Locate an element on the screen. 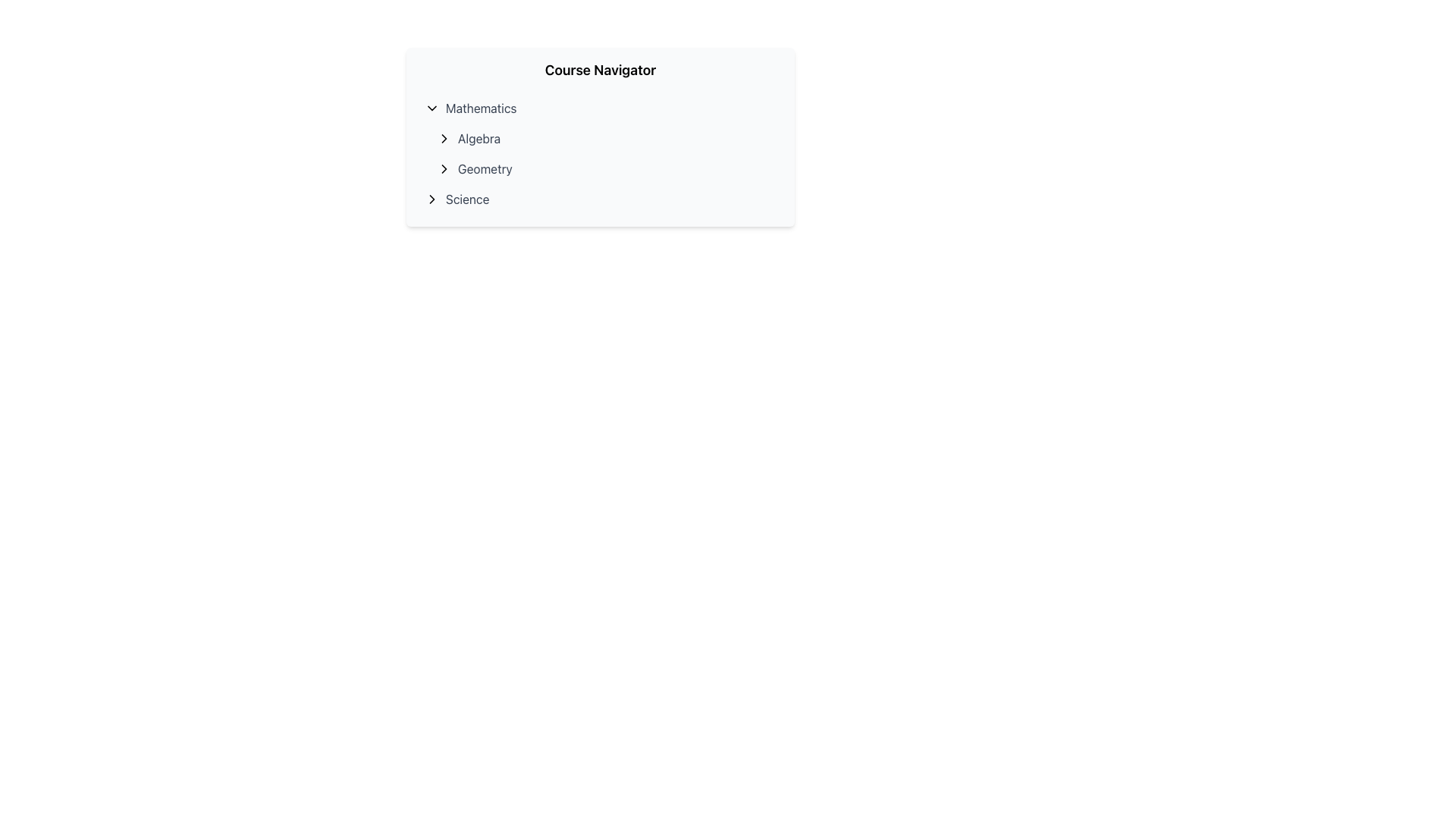 The width and height of the screenshot is (1456, 819). the chevron-down icon next to the 'Mathematics' item in the Course Navigator is located at coordinates (431, 107).